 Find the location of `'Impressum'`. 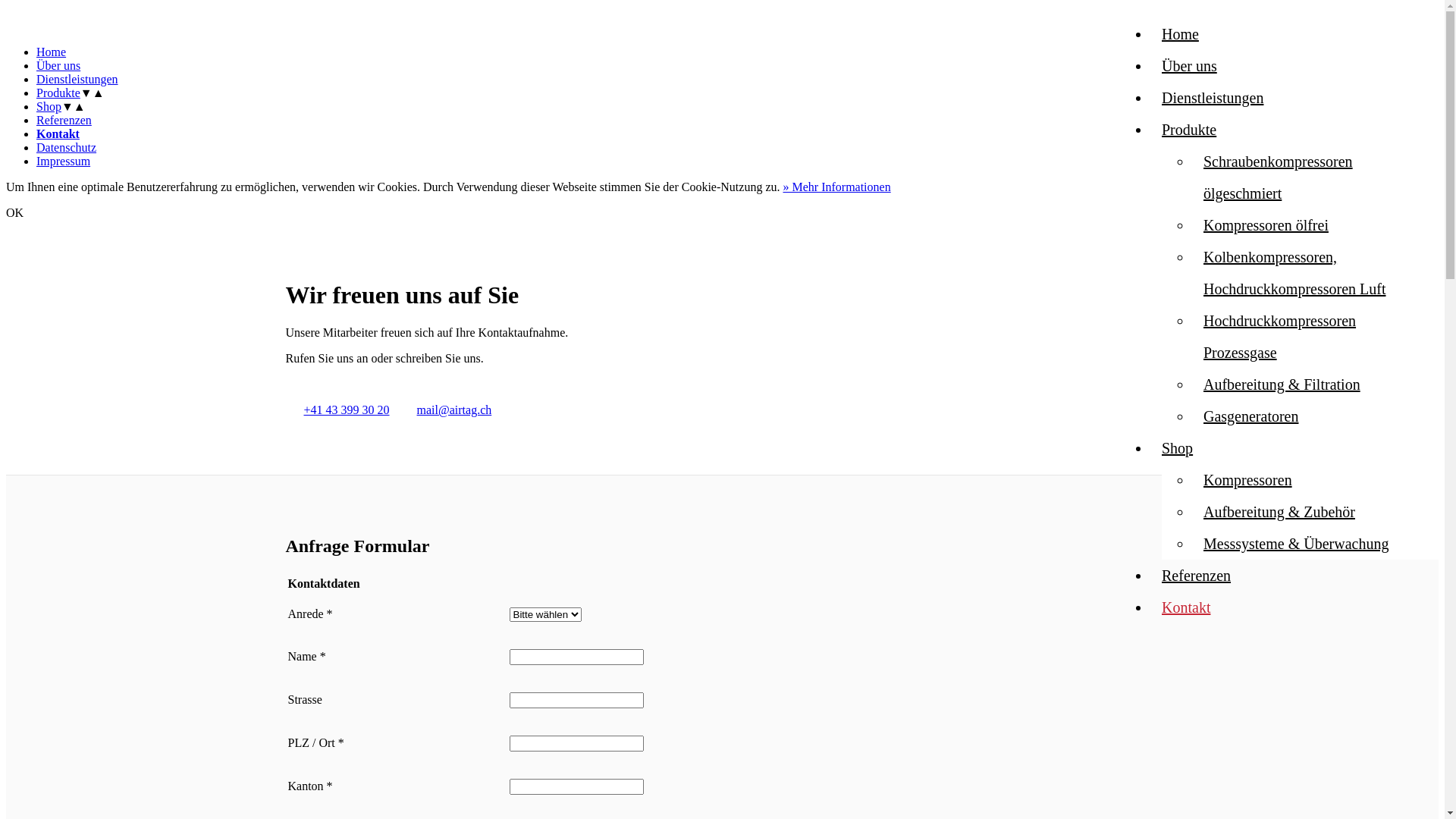

'Impressum' is located at coordinates (62, 161).